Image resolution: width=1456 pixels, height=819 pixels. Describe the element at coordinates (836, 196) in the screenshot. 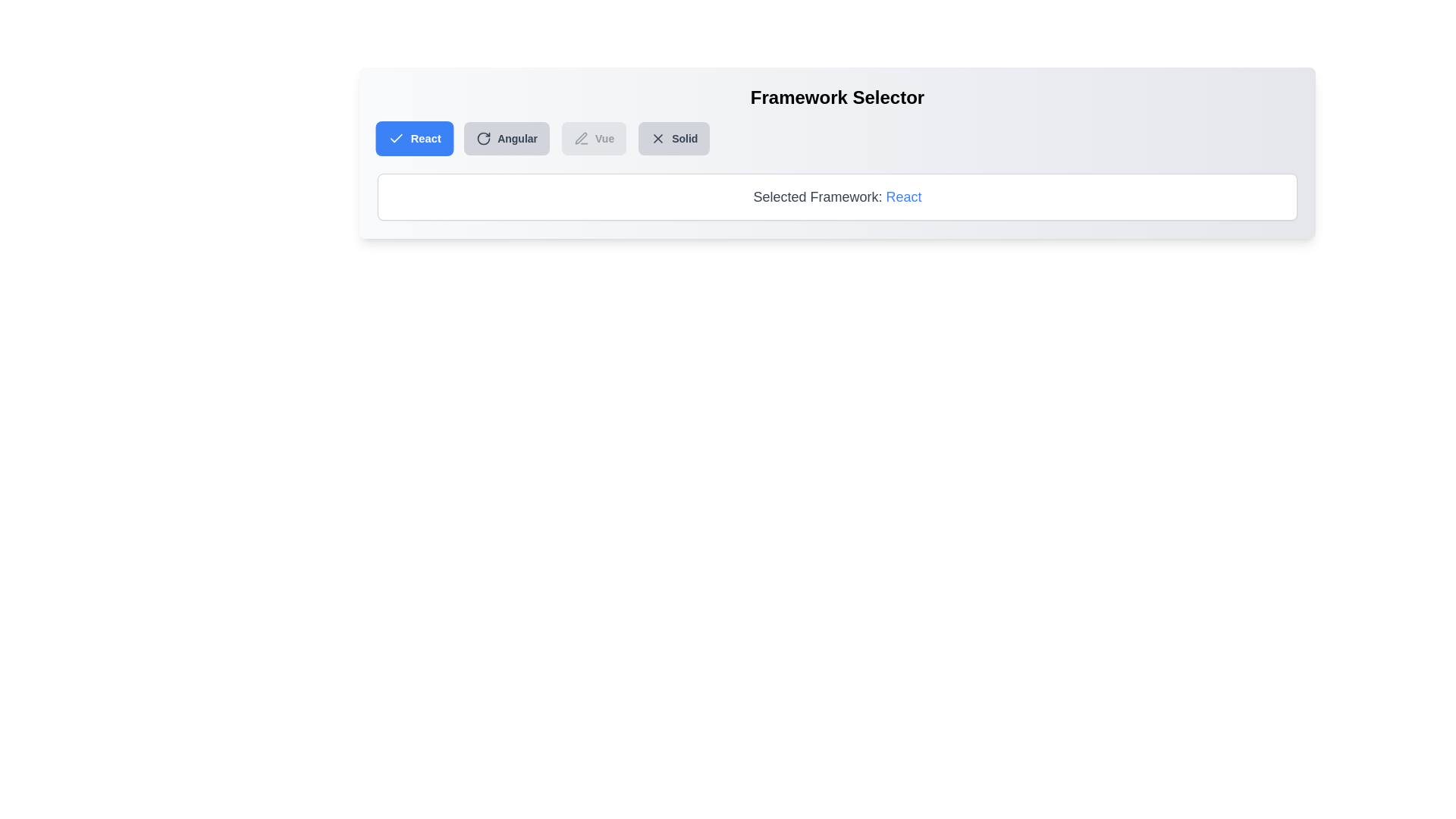

I see `the text display box that shows the currently selected framework ('React'). This box is located below the 'Framework Selector' title and the row of framework options` at that location.